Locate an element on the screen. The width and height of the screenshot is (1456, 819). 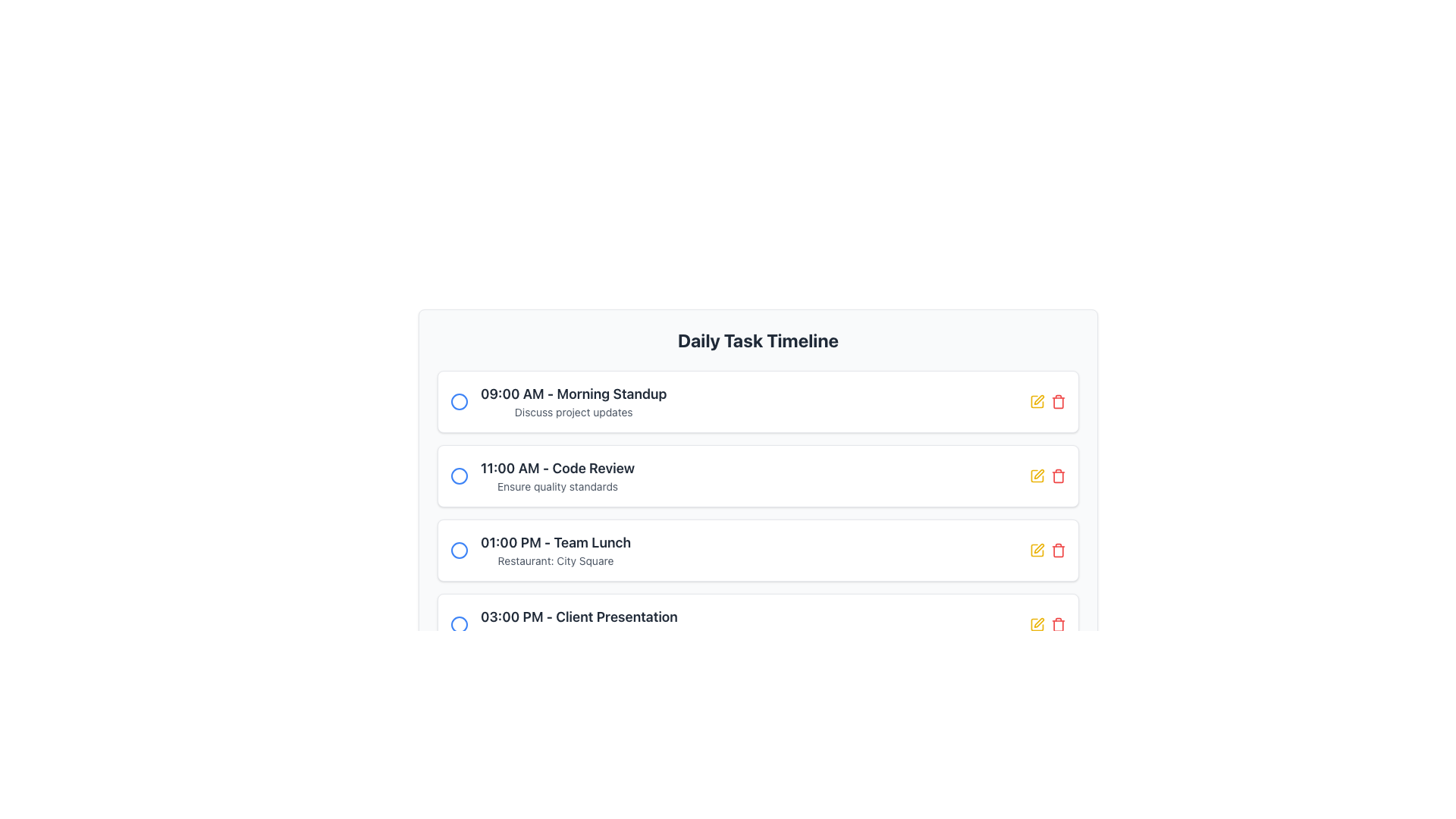
the text label displaying '09:00 AM - Morning Standup', which is styled in bold, large dark gray font and serves as the title for the first task entry in the Daily Task Timeline is located at coordinates (573, 394).